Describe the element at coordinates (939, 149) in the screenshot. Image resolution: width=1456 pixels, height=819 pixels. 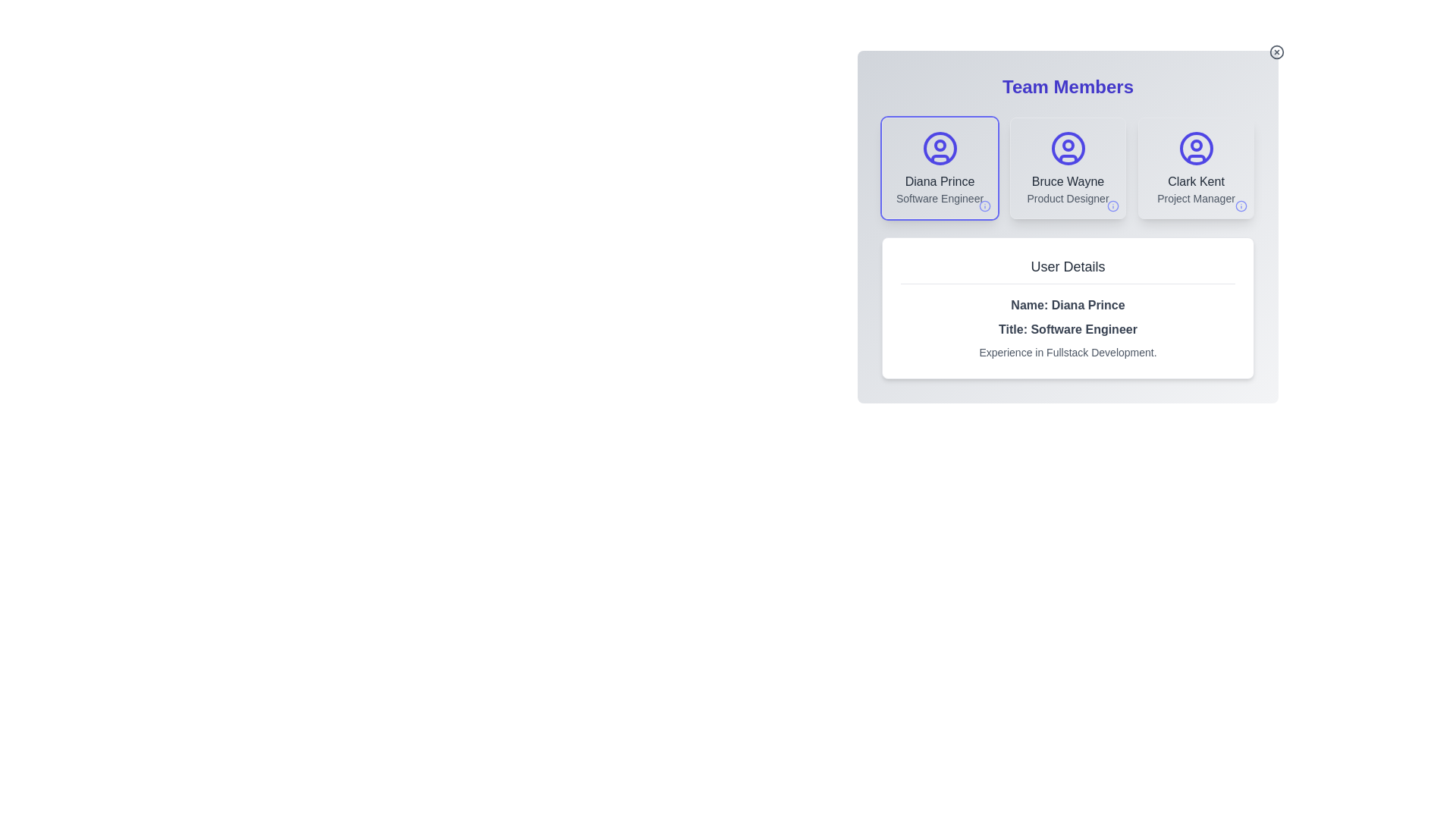
I see `the circular icon with a blue border representing the user avatar in the 'Diana Prince Software Engineer' user card` at that location.